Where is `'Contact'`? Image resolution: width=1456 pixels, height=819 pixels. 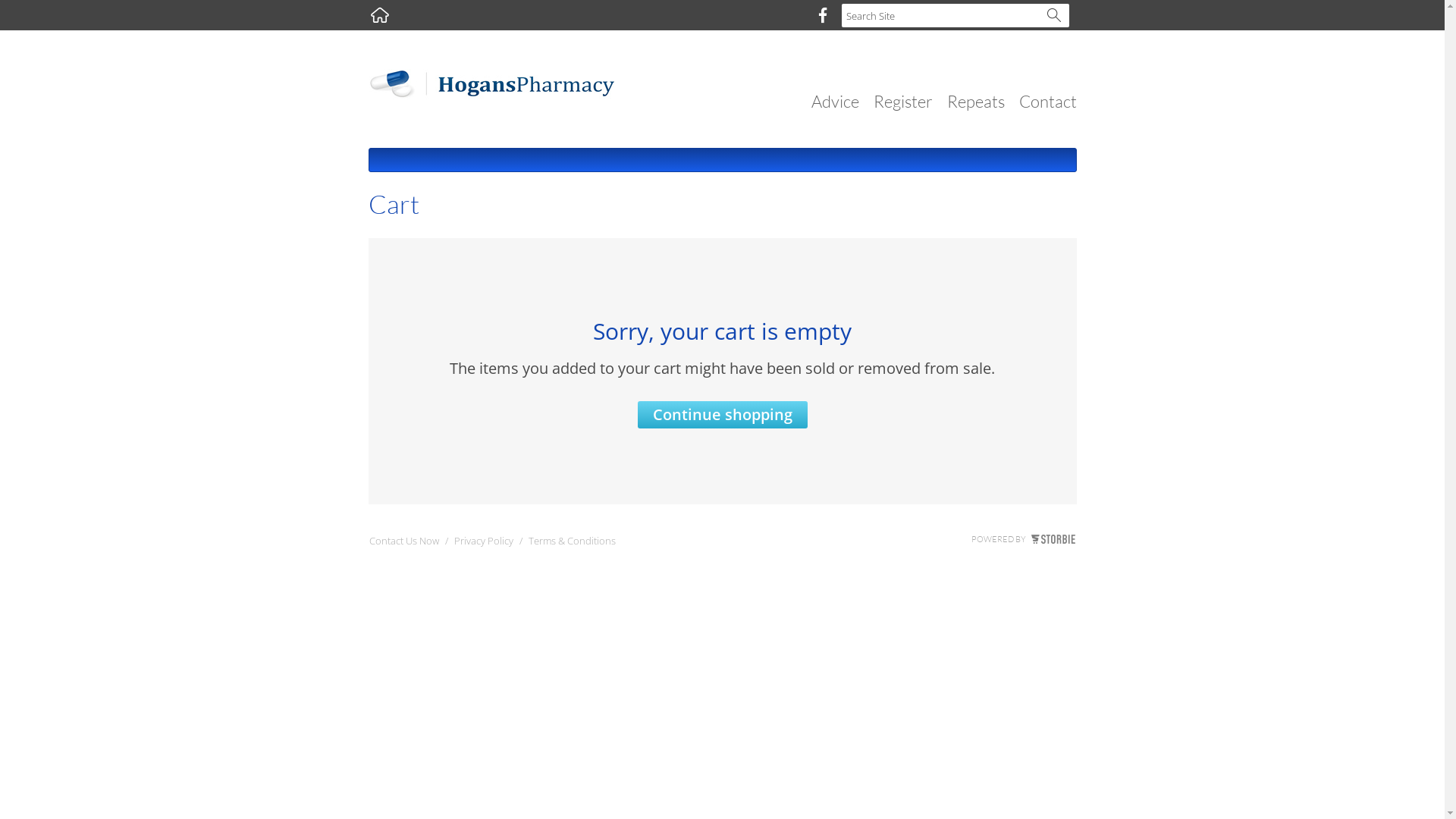
'Contact' is located at coordinates (1047, 101).